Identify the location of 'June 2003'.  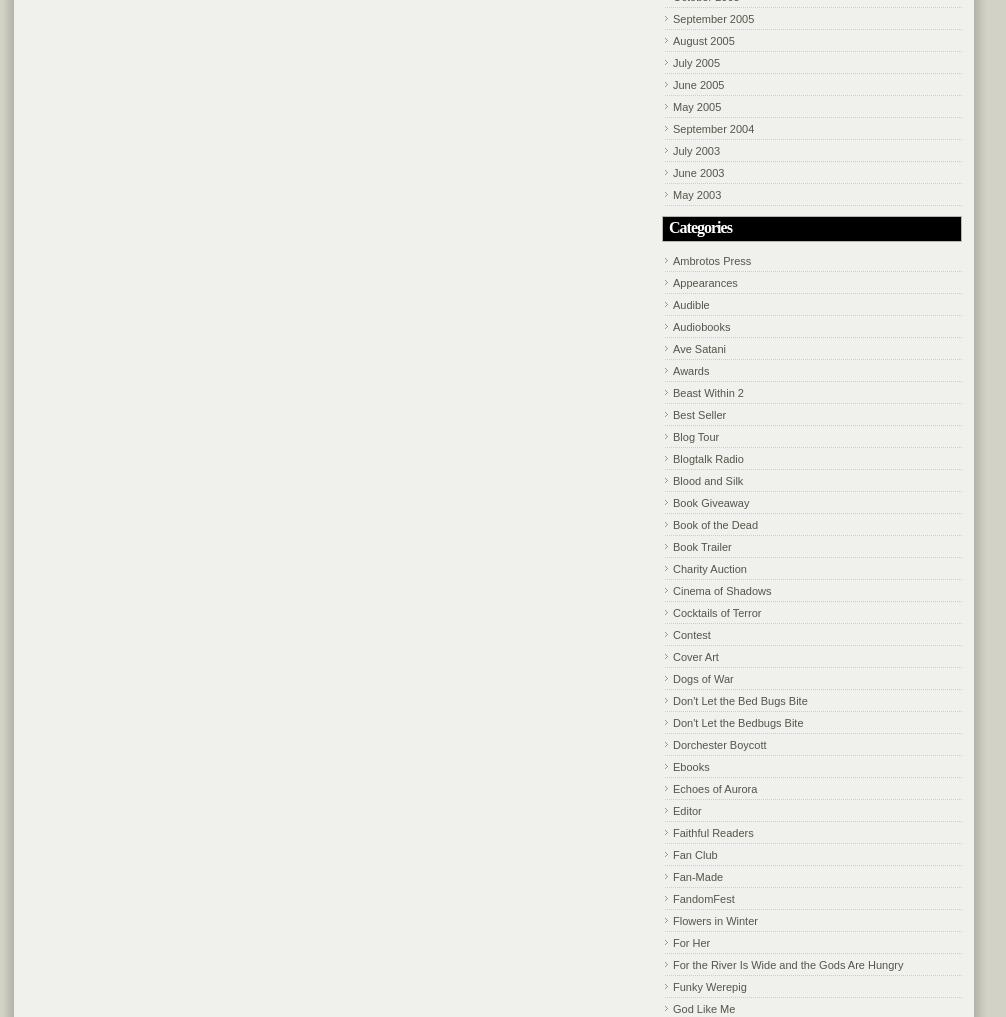
(673, 171).